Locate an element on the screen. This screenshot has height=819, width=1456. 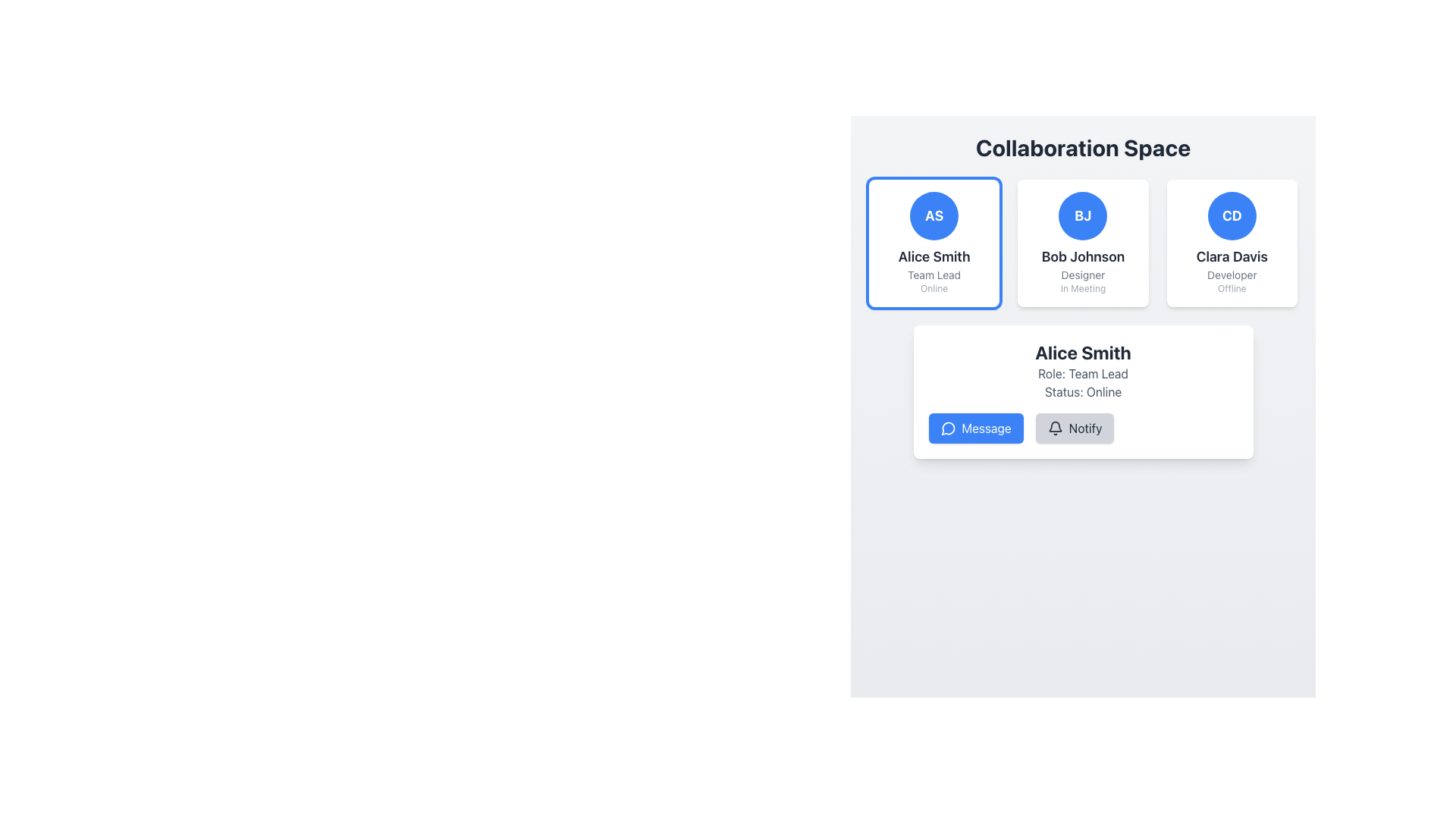
the Profile Icon, which is a circular badge with a blue background and the text 'AS' in bold uppercase letters, located at the top of the user information card is located at coordinates (934, 216).